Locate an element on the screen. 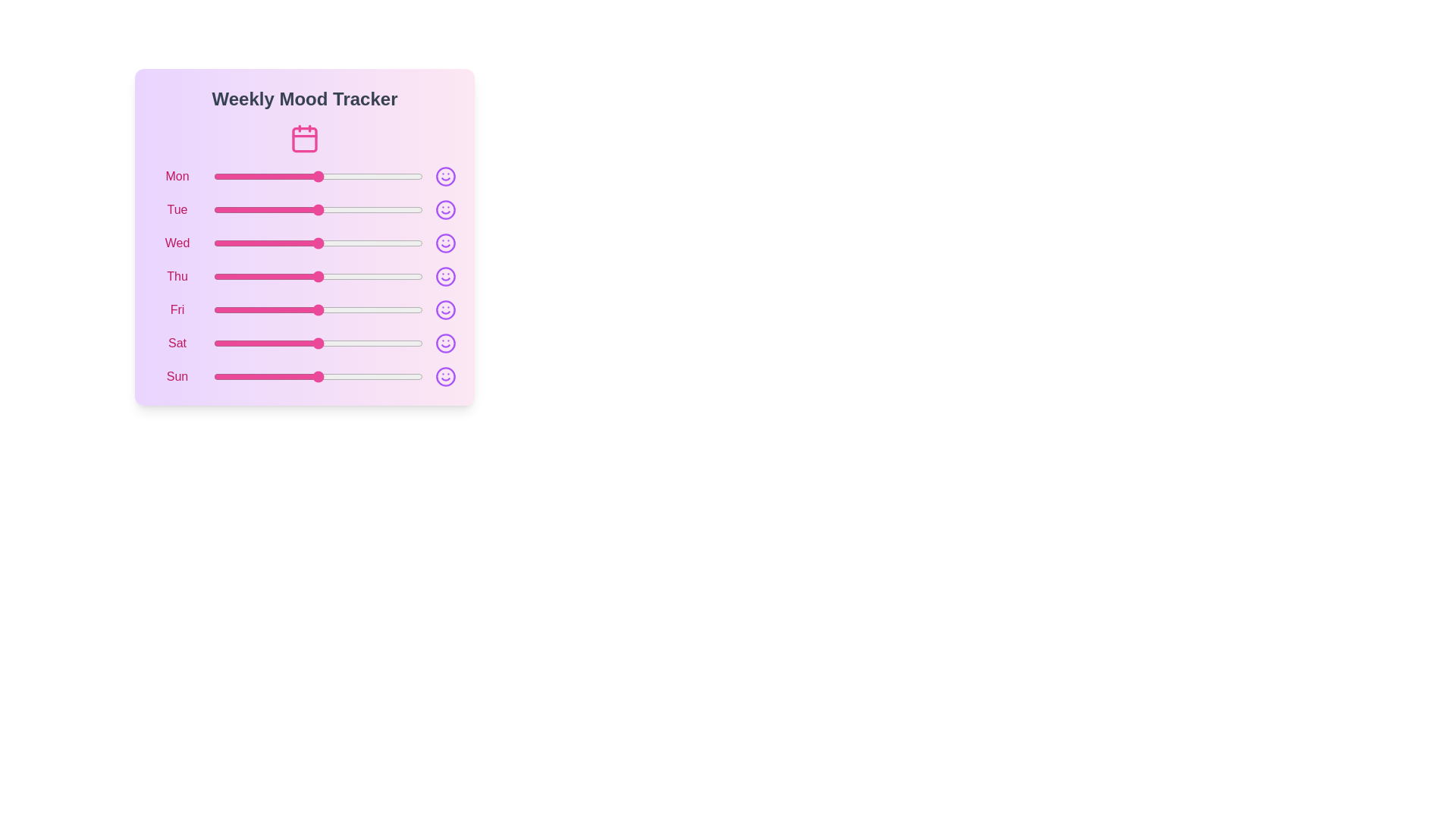 The height and width of the screenshot is (819, 1456). the calendar icon to display additional information is located at coordinates (304, 138).